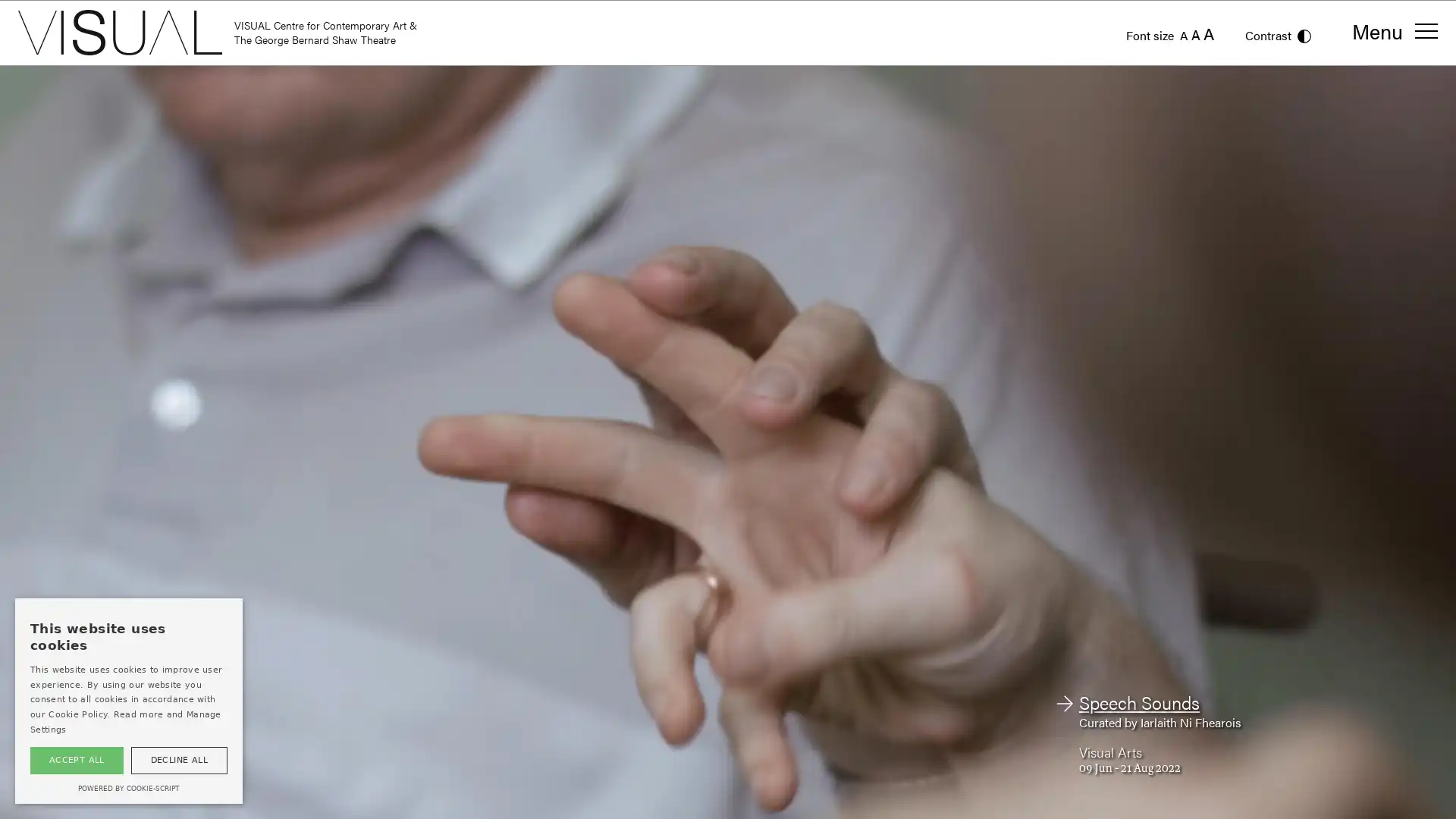  Describe the element at coordinates (1395, 32) in the screenshot. I see `Menu` at that location.